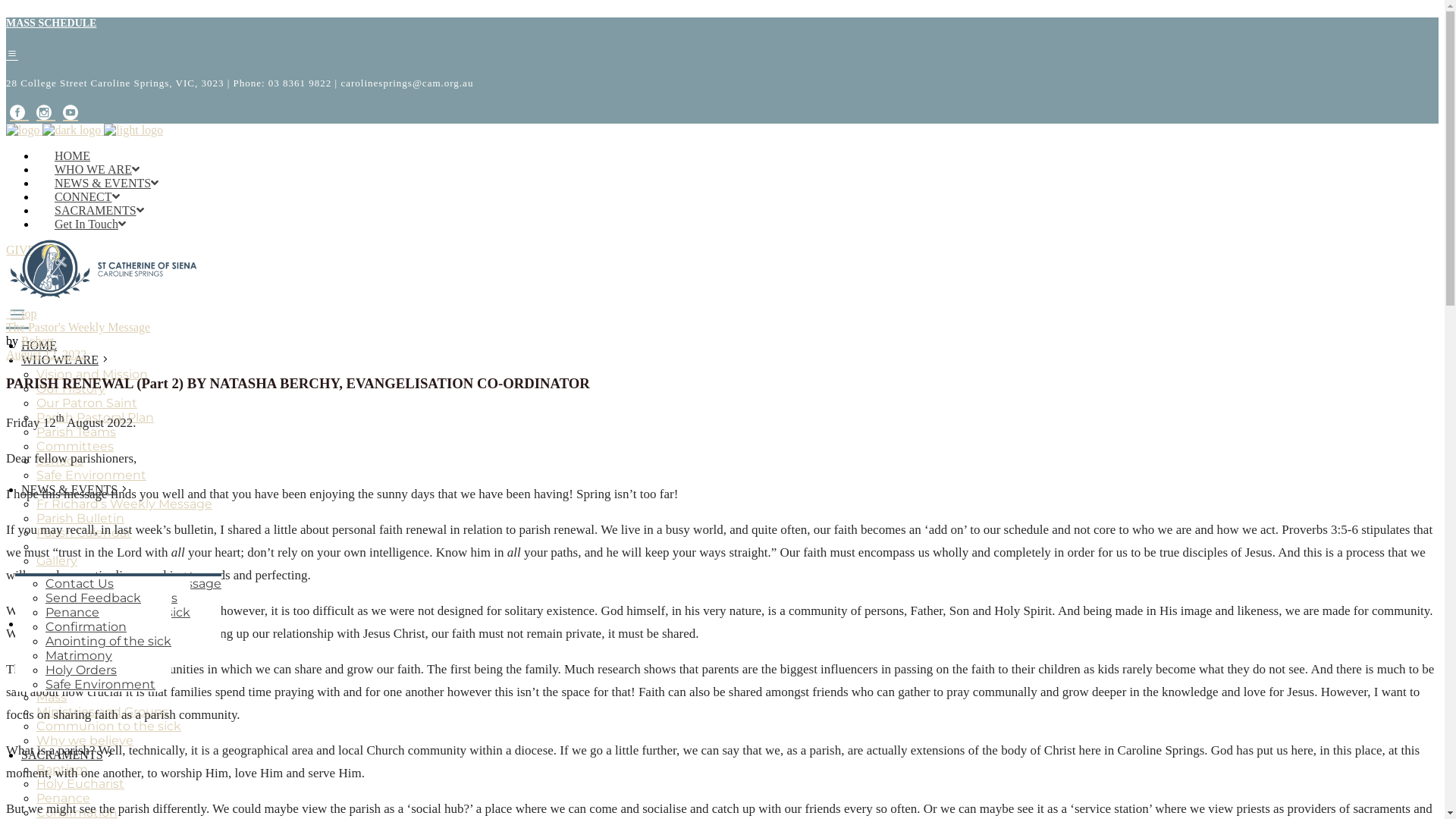 This screenshot has width=1456, height=819. What do you see at coordinates (20, 249) in the screenshot?
I see `'GIVE'` at bounding box center [20, 249].